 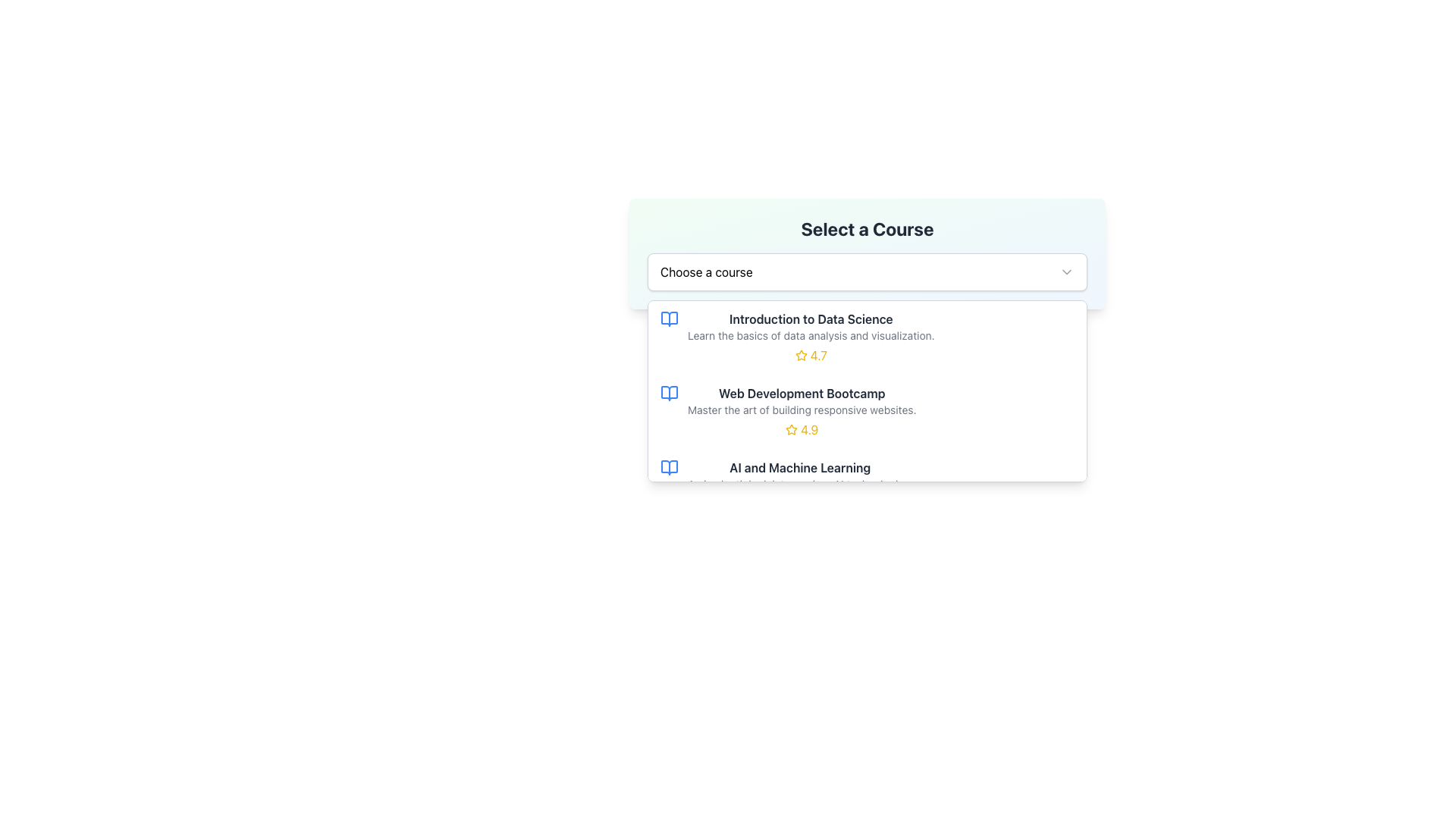 What do you see at coordinates (799, 486) in the screenshot?
I see `the course option titled 'AI and Machine Learning' in the dropdown list under 'Select a Course'` at bounding box center [799, 486].